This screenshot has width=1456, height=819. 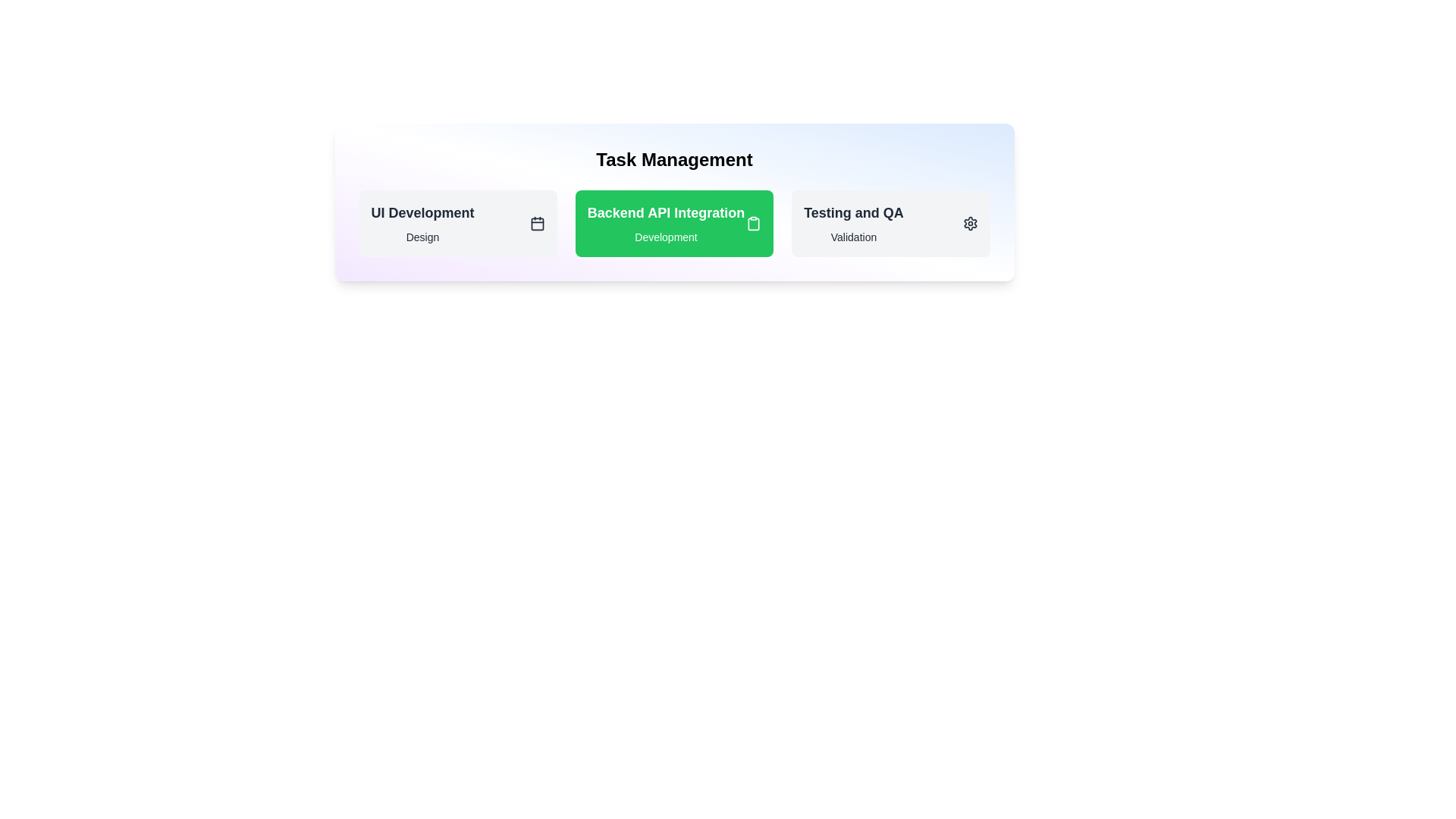 I want to click on the task category icon to view additional context for Testing and QA, so click(x=969, y=223).